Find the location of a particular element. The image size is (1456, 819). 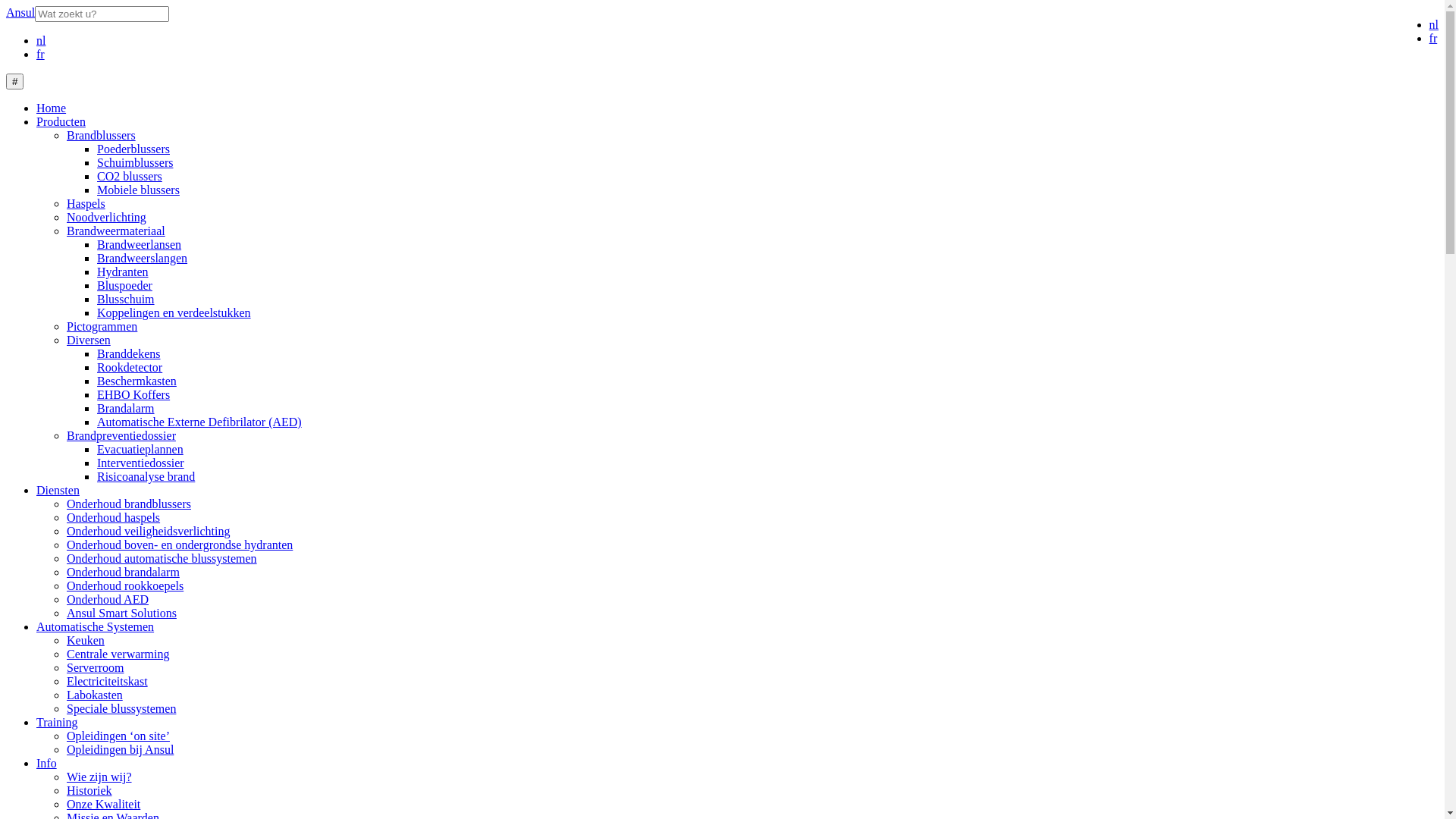

'Onderhoud veiligheidsverlichting' is located at coordinates (149, 530).